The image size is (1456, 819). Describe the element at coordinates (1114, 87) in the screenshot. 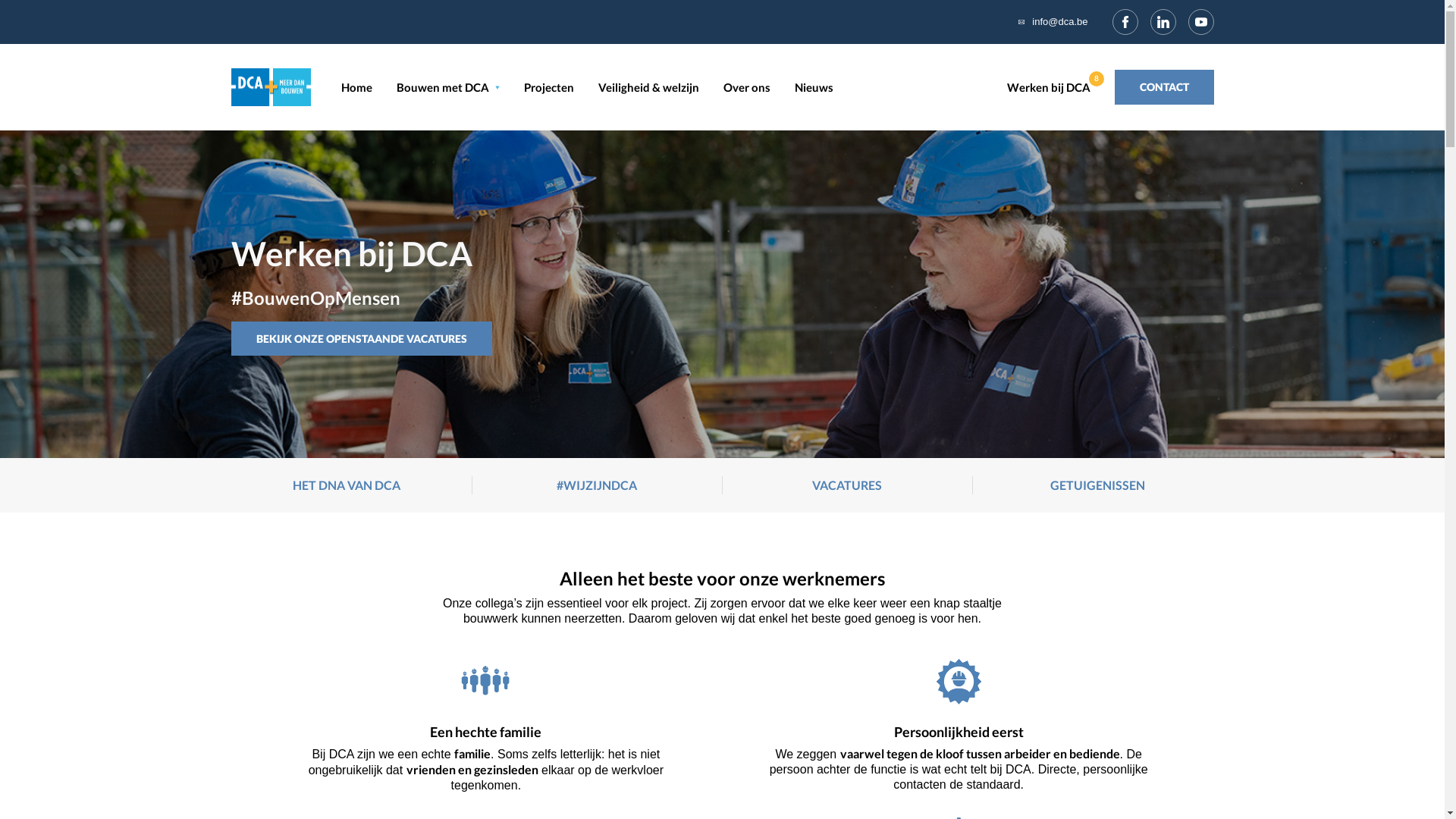

I see `'CONTACT'` at that location.